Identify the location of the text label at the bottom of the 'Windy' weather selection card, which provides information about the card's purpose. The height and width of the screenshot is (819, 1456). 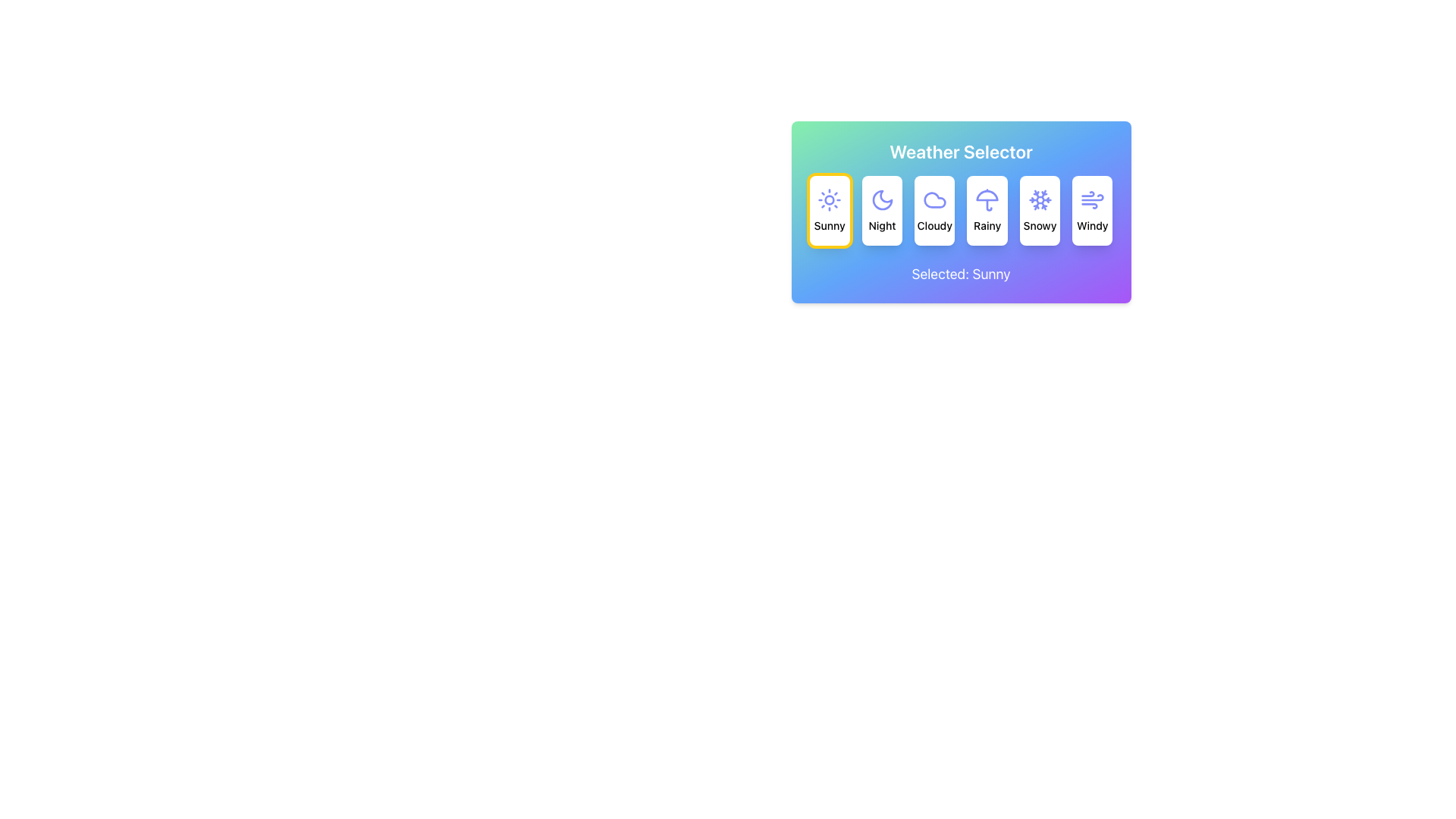
(1092, 225).